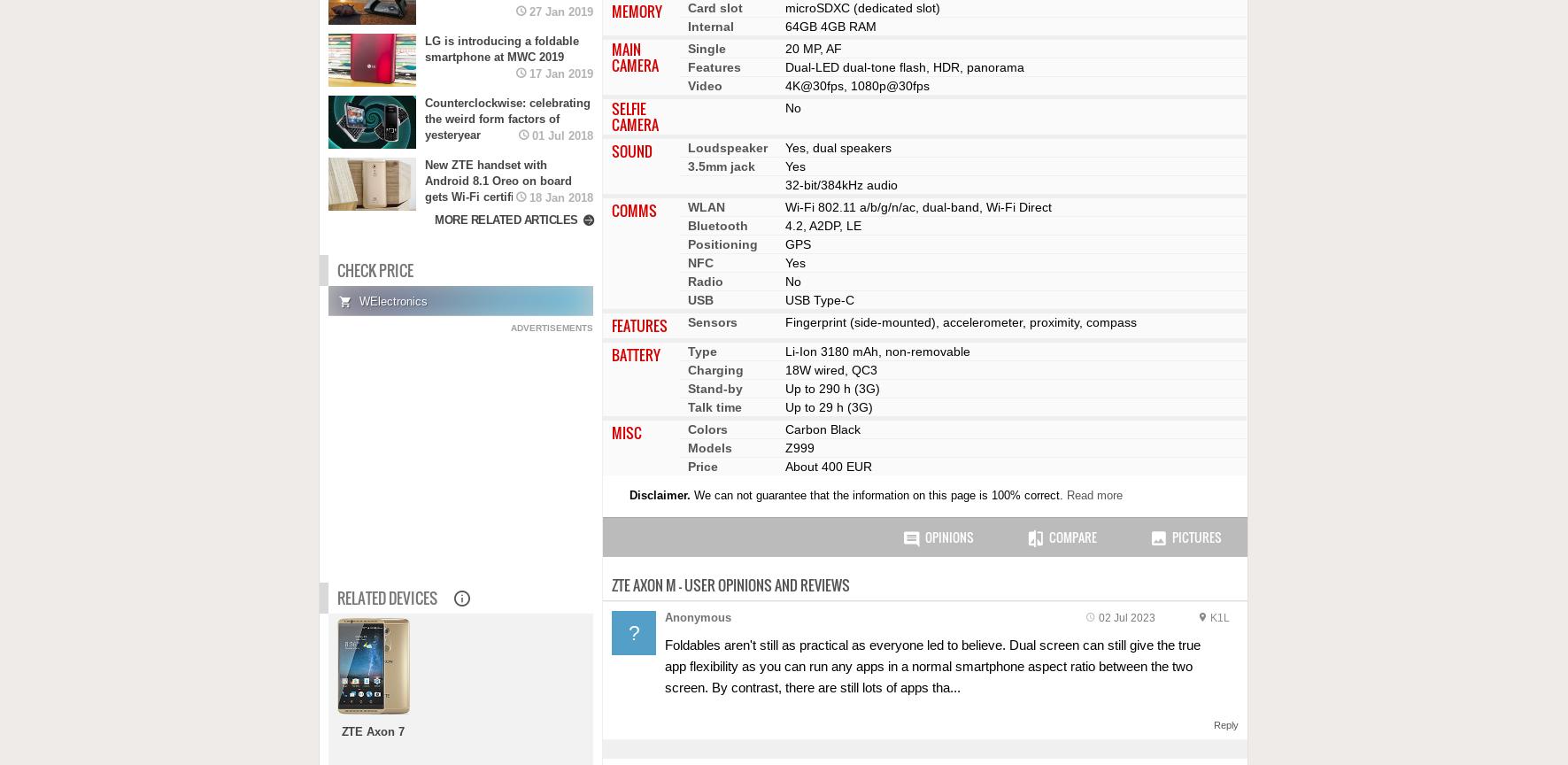  Describe the element at coordinates (689, 494) in the screenshot. I see `'We can not guarantee that the information on this page is 100% correct.'` at that location.